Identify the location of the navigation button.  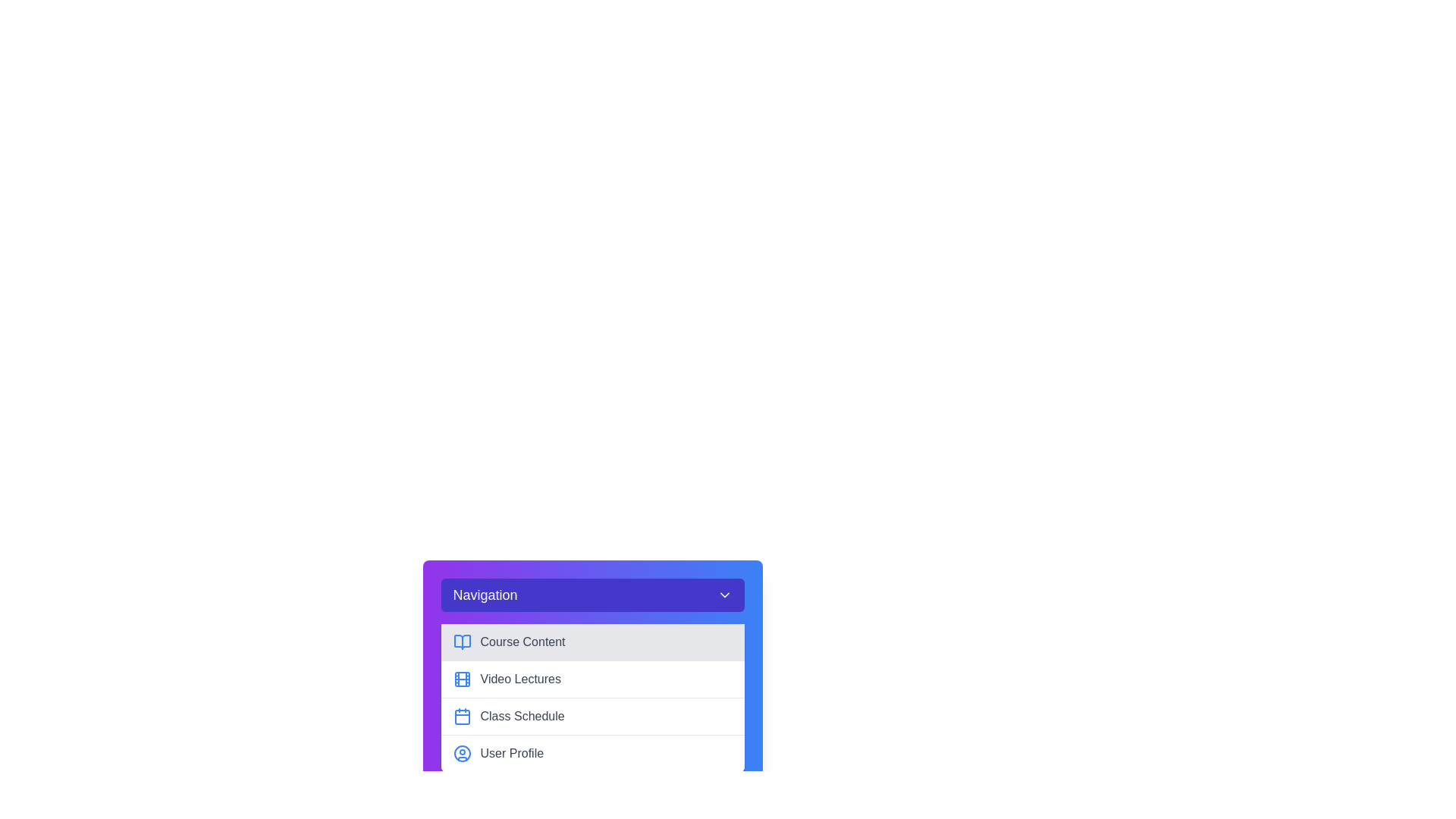
(591, 642).